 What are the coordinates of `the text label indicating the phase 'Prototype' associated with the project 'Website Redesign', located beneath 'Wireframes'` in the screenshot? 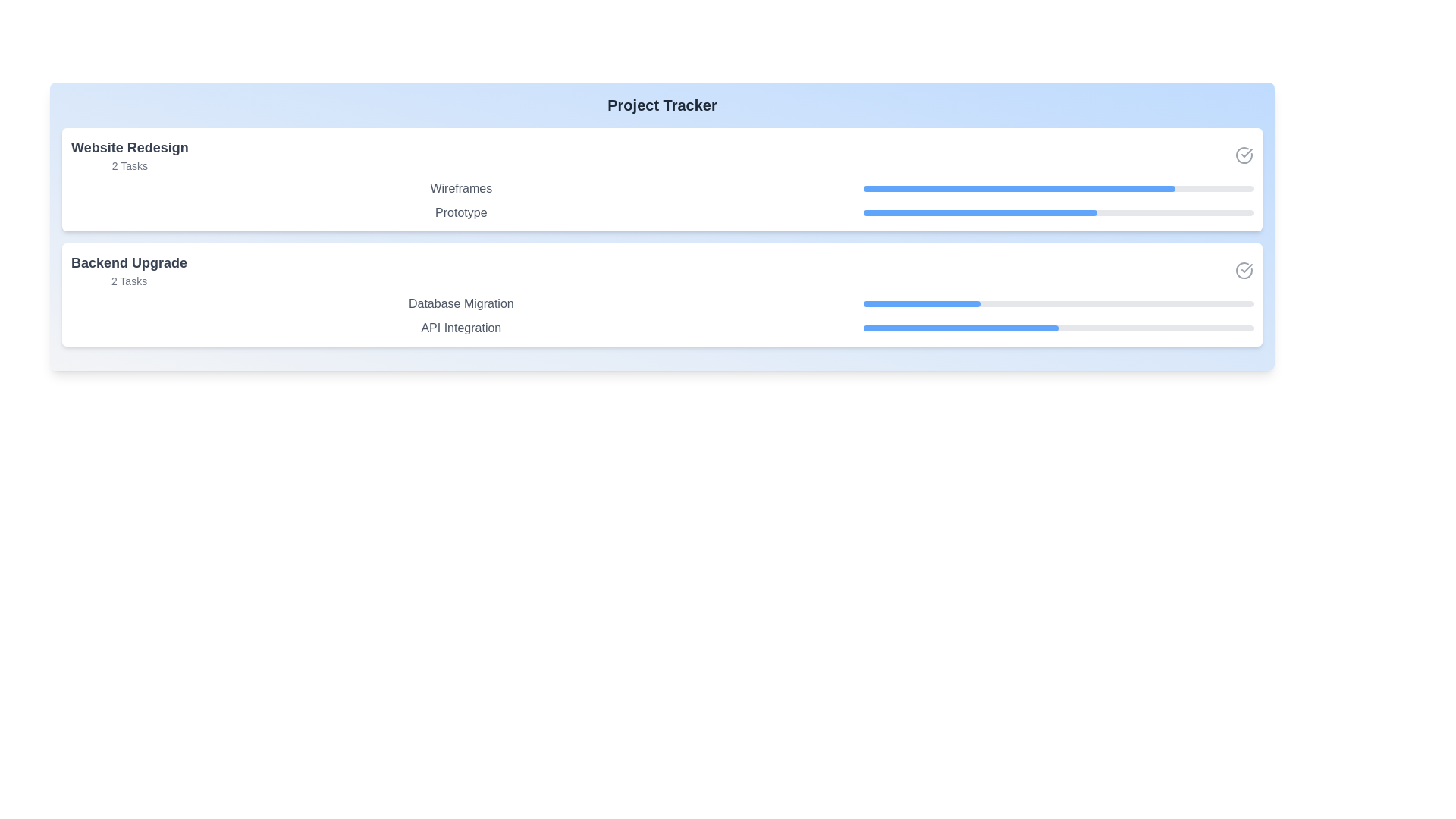 It's located at (460, 213).